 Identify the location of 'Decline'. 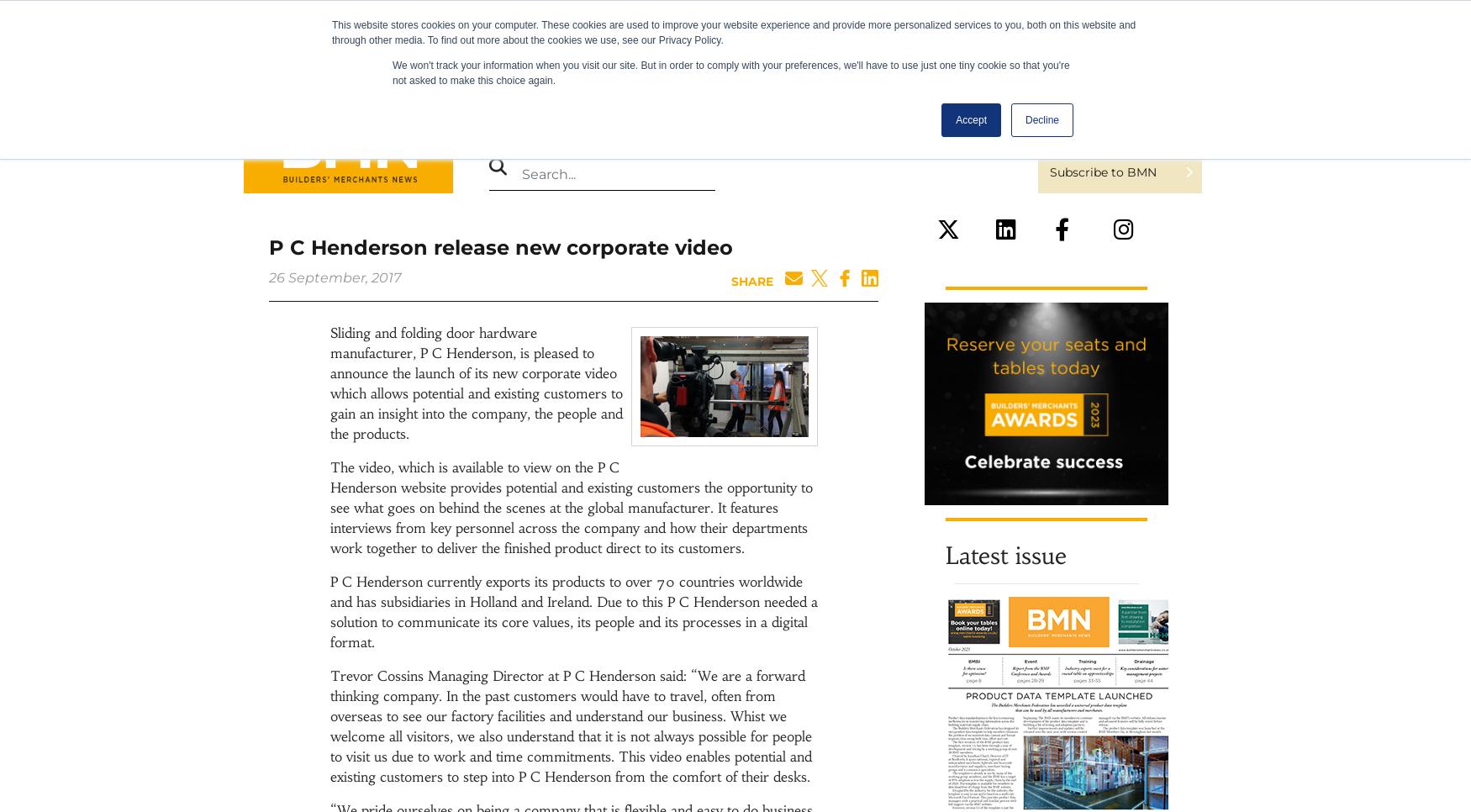
(1041, 119).